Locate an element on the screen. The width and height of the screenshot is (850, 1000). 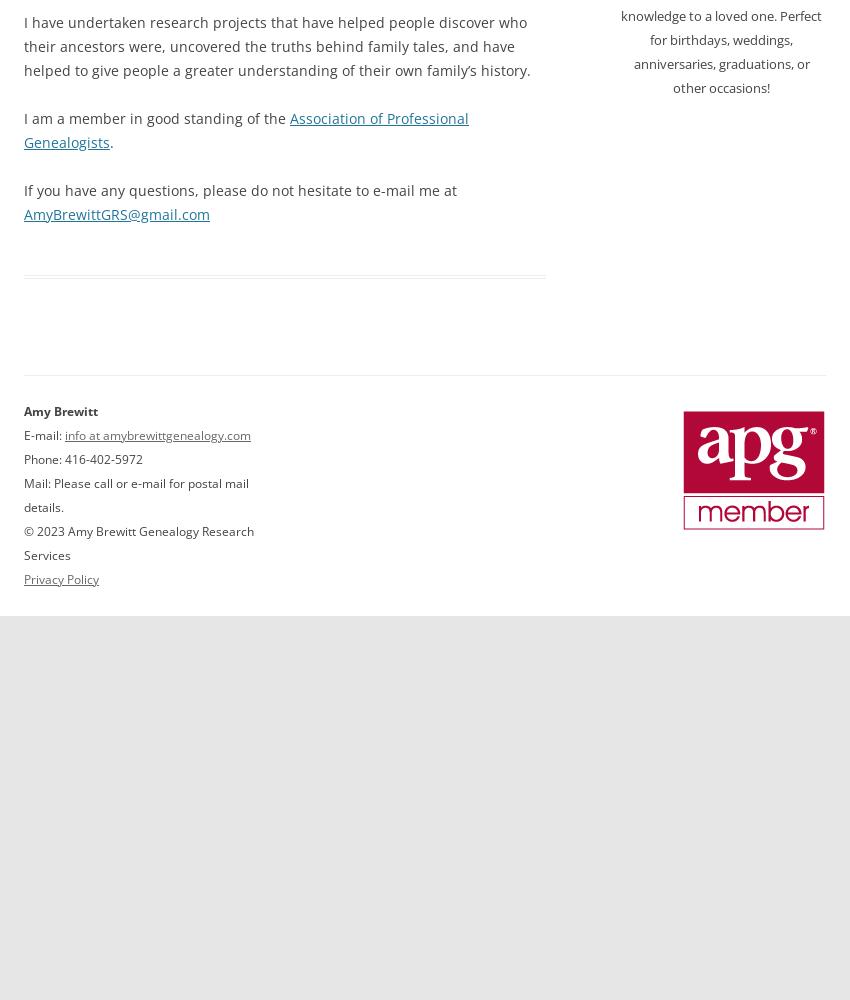
'Association of Professional Genealogists' is located at coordinates (246, 129).